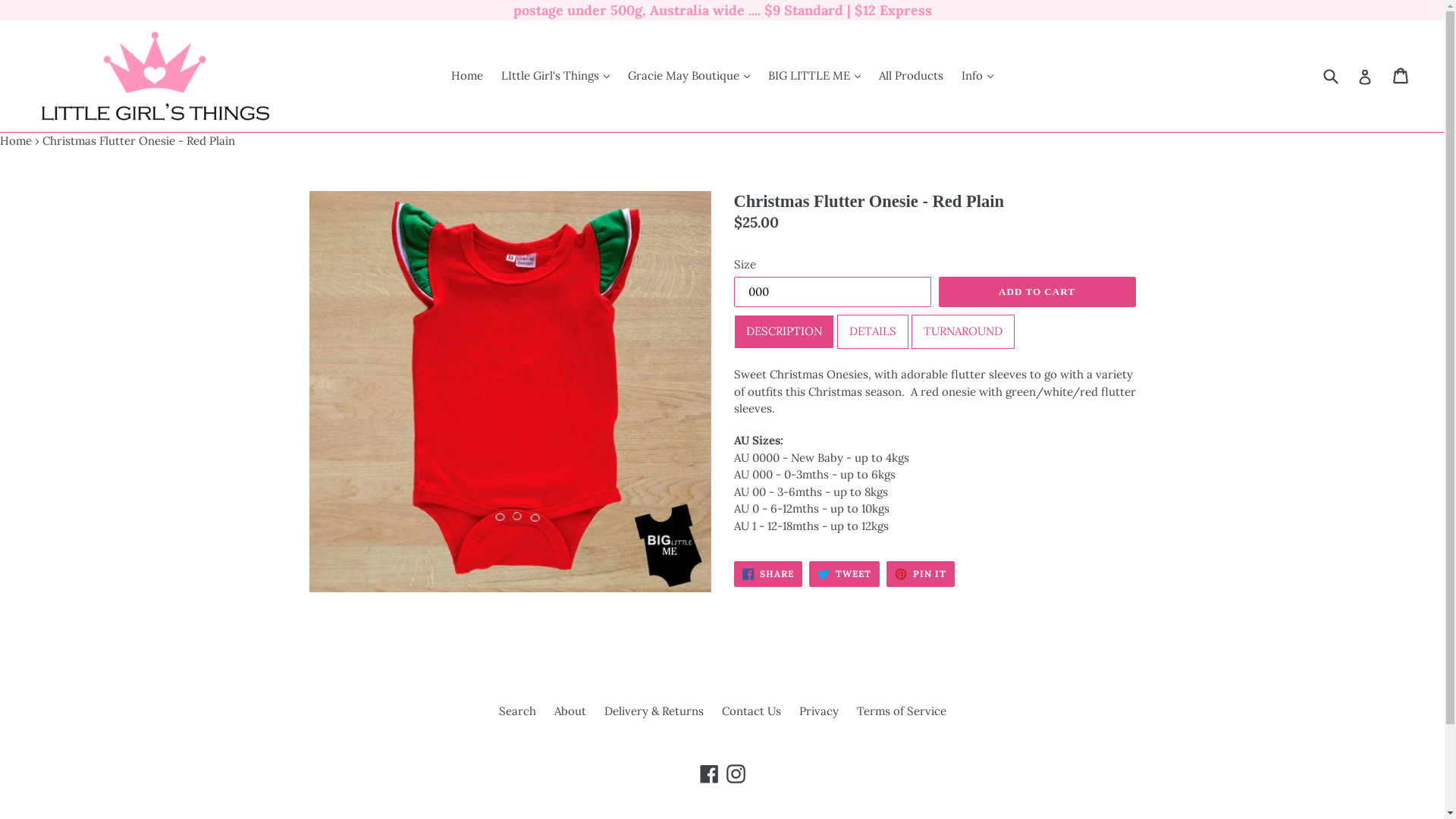 Image resolution: width=1456 pixels, height=819 pixels. Describe the element at coordinates (1357, 76) in the screenshot. I see `'Log in'` at that location.